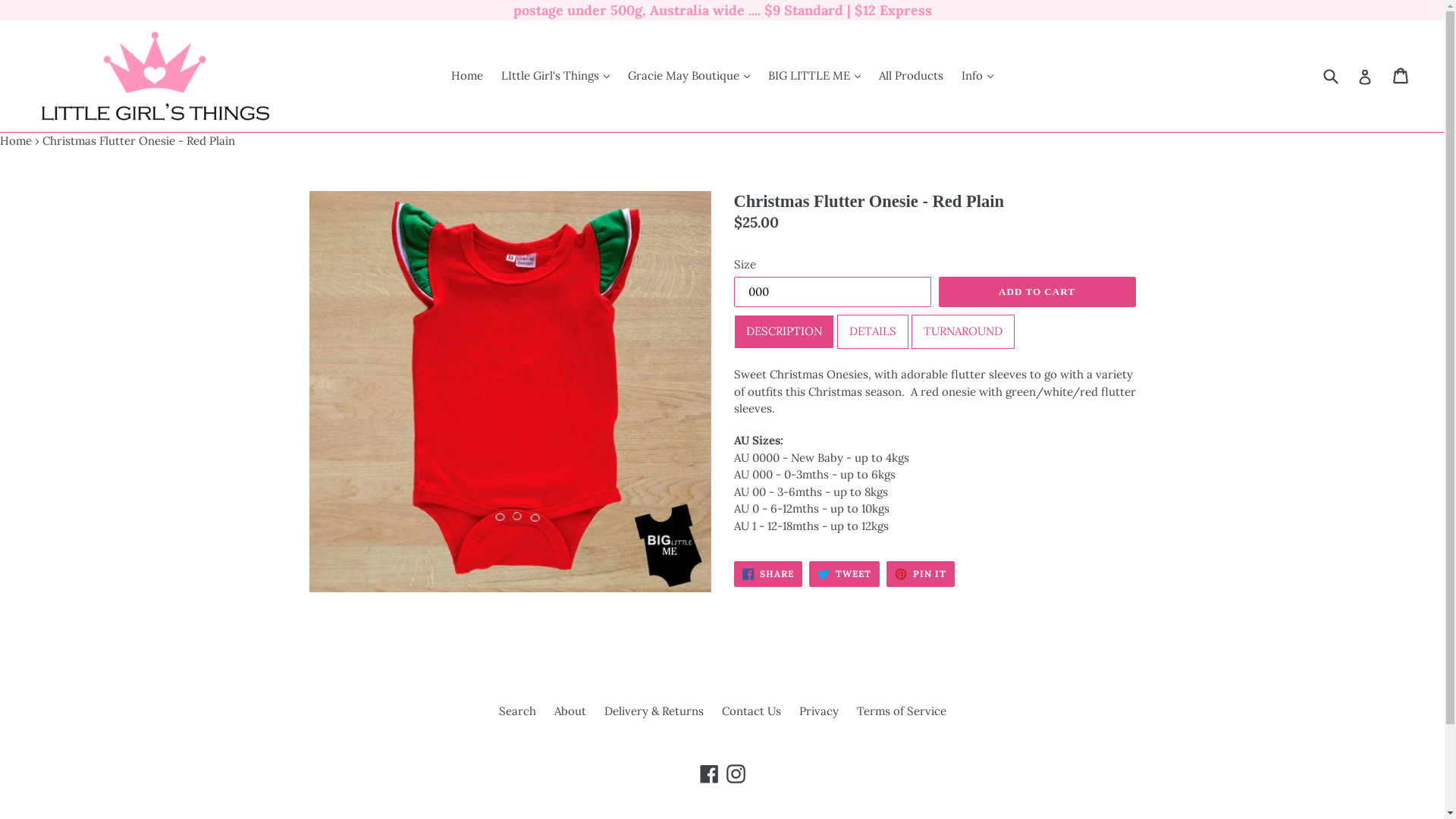 Image resolution: width=1456 pixels, height=819 pixels. Describe the element at coordinates (1357, 76) in the screenshot. I see `'Log in'` at that location.